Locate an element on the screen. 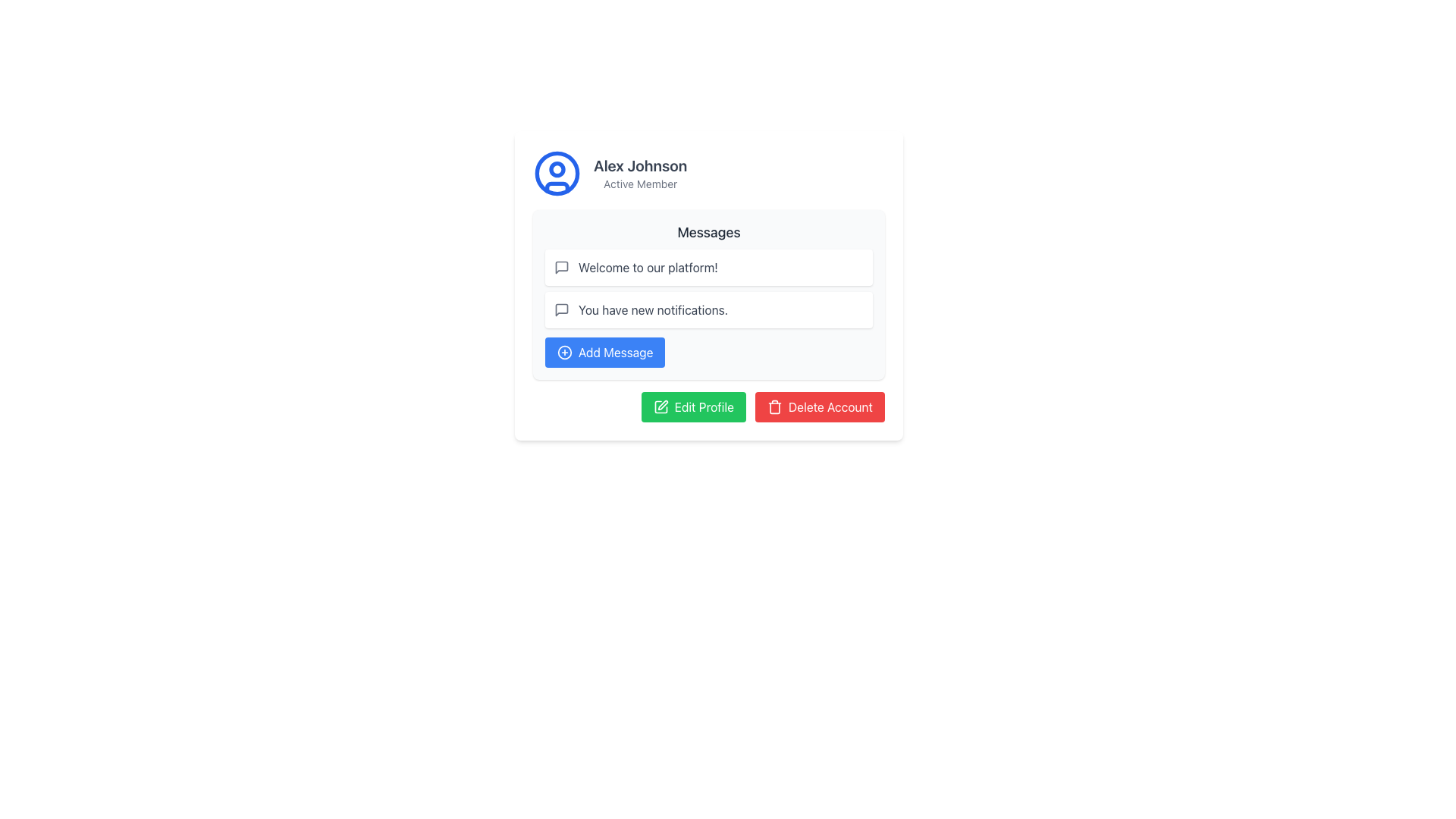 The width and height of the screenshot is (1456, 819). the static text label displaying the user's profile or account name, which is positioned at the top-left section of the card layout is located at coordinates (640, 166).